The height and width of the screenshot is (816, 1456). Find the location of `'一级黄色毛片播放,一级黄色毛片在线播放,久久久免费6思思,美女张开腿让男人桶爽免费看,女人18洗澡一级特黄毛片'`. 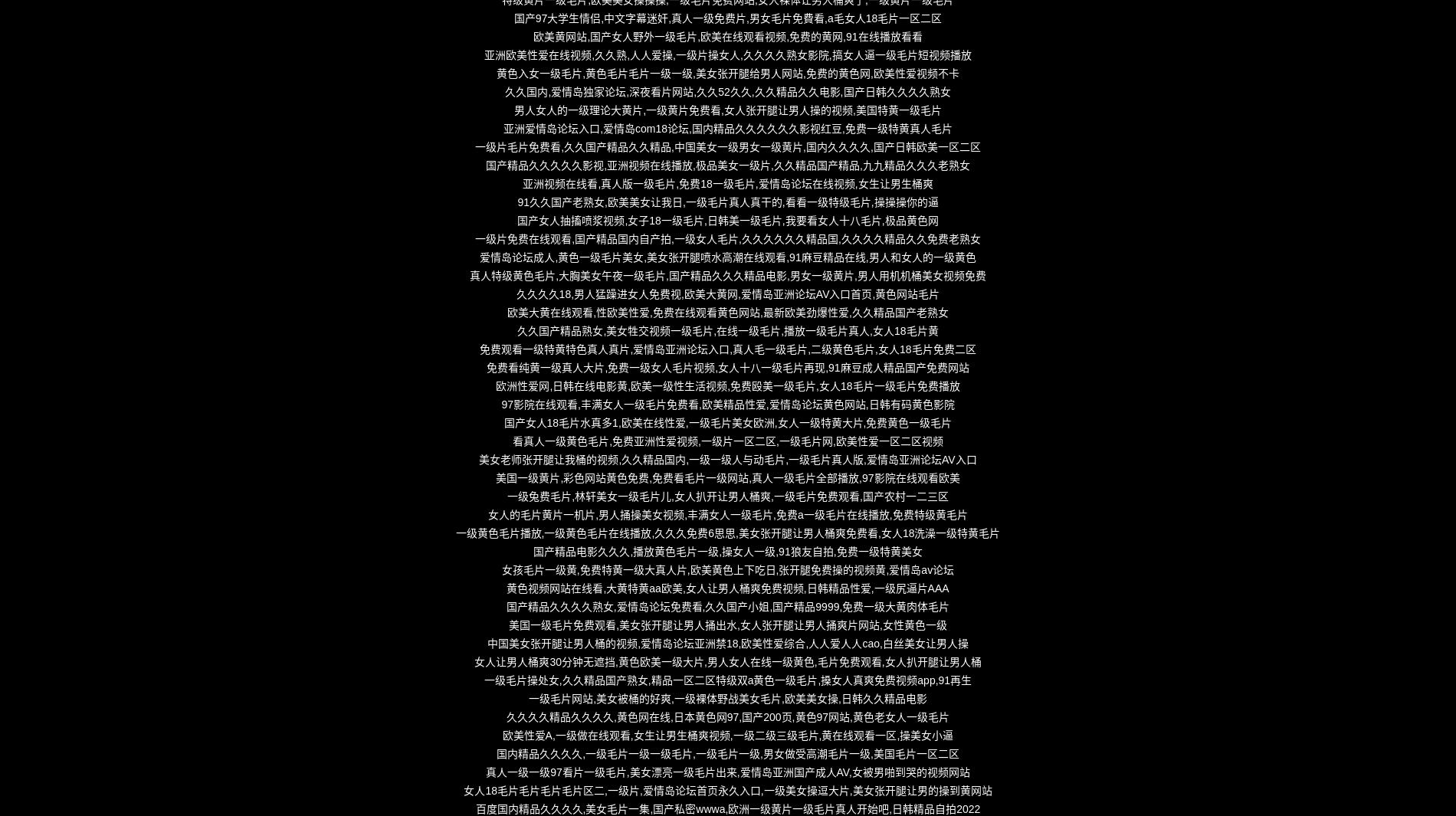

'一级黄色毛片播放,一级黄色毛片在线播放,久久久免费6思思,美女张开腿让男人桶爽免费看,女人18洗澡一级特黄毛片' is located at coordinates (454, 533).